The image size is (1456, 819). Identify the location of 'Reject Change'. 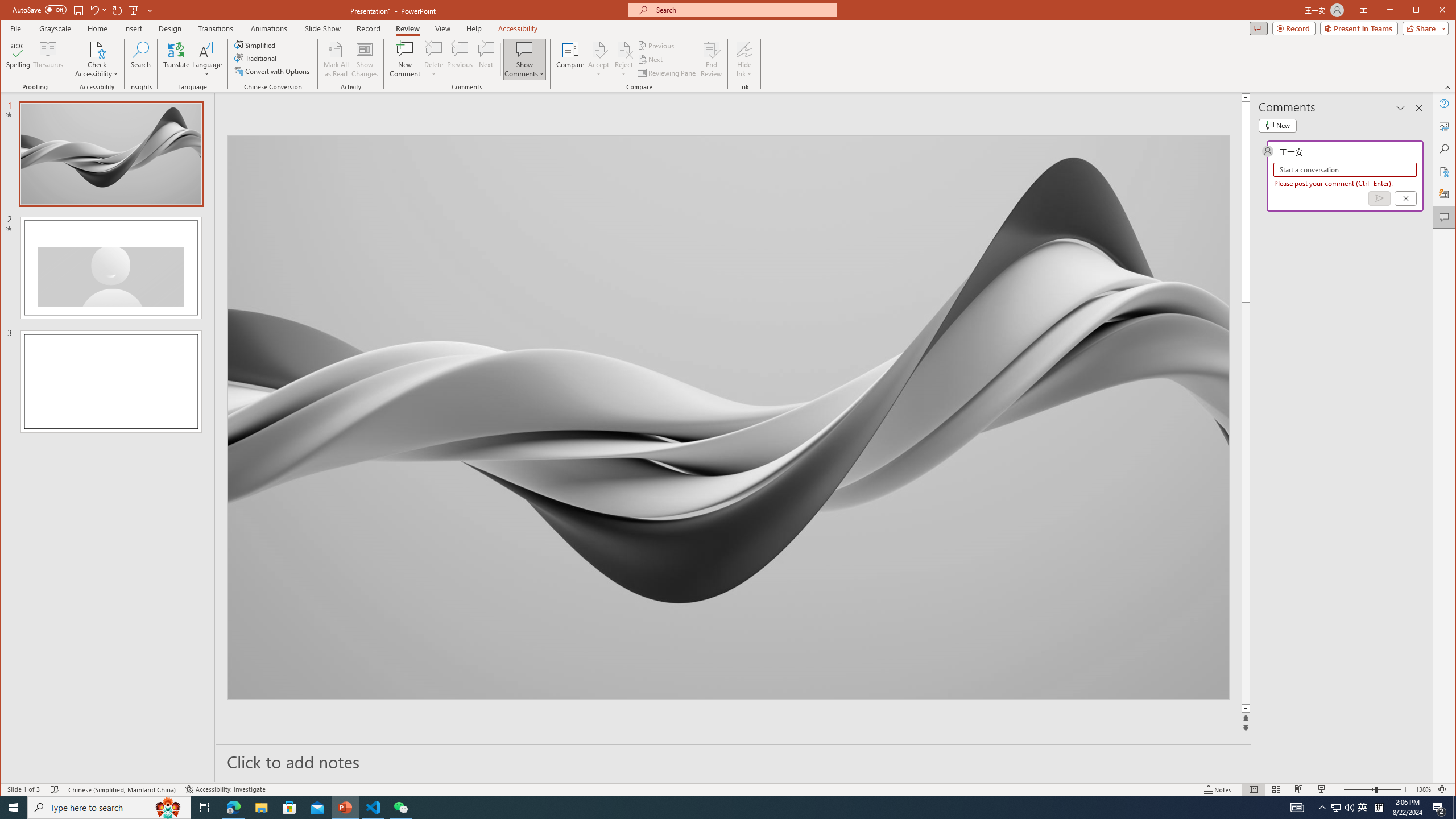
(623, 48).